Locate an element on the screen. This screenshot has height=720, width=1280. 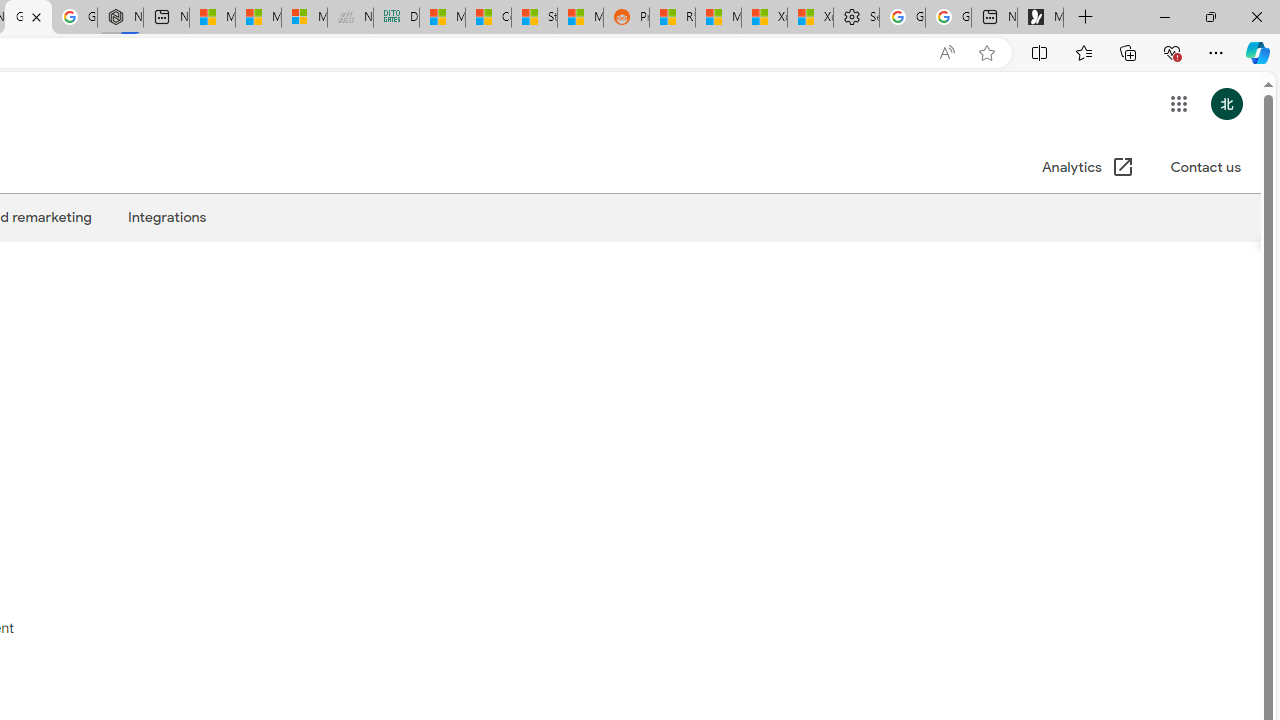
'Analytics (Open in a new window)' is located at coordinates (1087, 167).